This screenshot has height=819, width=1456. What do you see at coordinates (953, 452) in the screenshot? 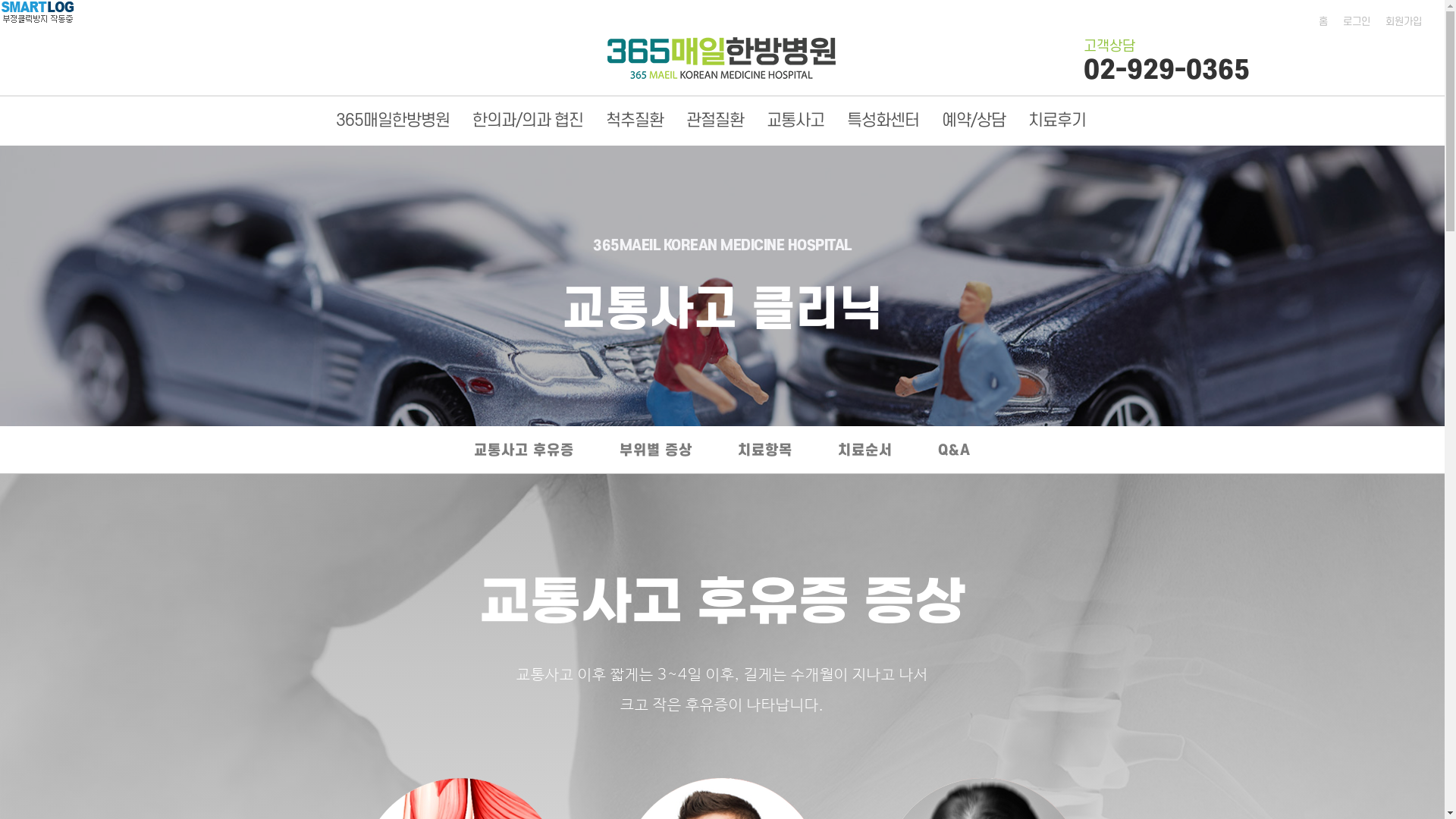
I see `'Q&A'` at bounding box center [953, 452].